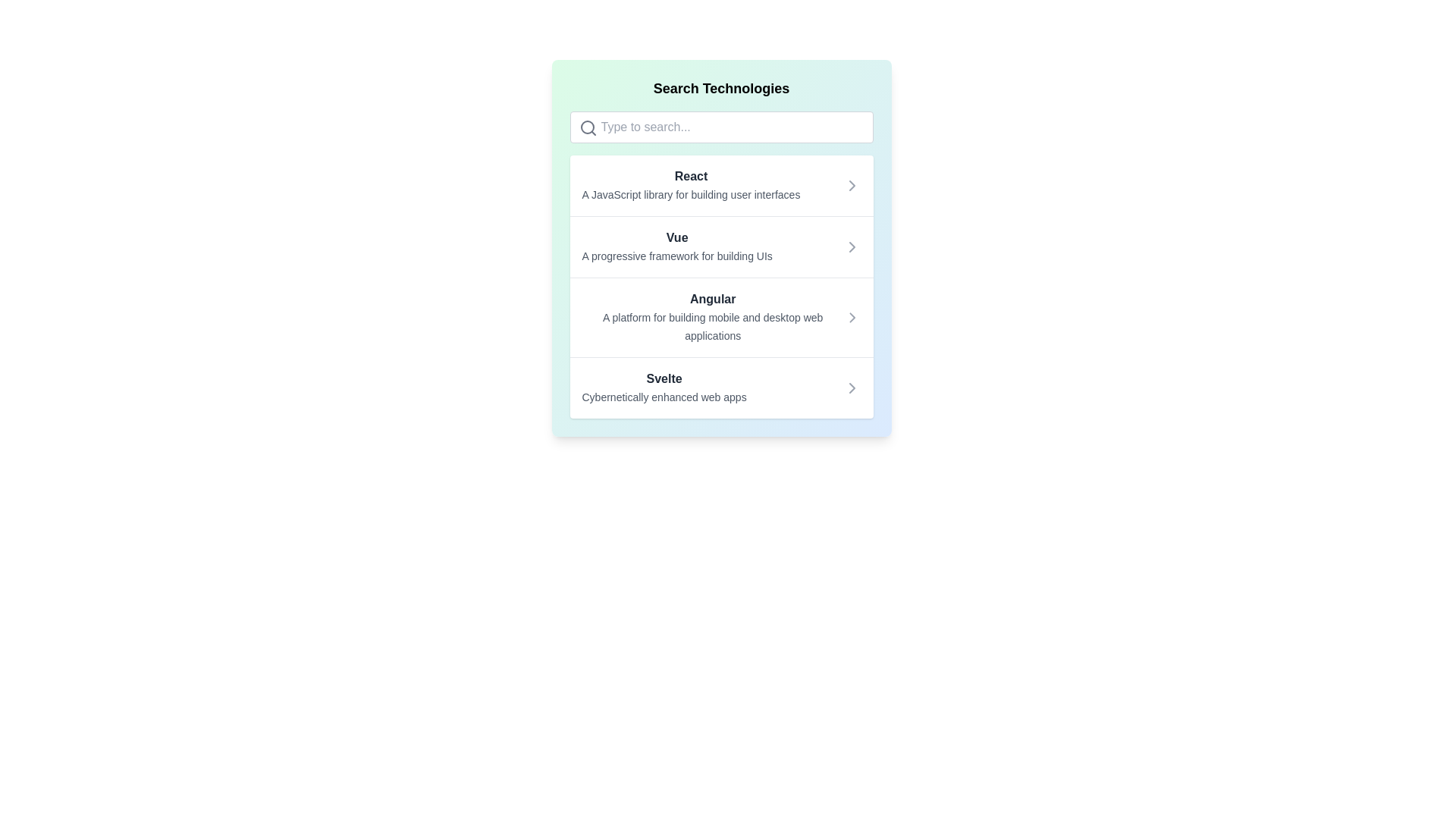 This screenshot has height=819, width=1456. I want to click on the right-facing chevron icon located within the 'Angular' list item, positioned to the far right of the text 'Angular' and 'A platform for building mobile and desktop web applications' for feedback, so click(852, 317).